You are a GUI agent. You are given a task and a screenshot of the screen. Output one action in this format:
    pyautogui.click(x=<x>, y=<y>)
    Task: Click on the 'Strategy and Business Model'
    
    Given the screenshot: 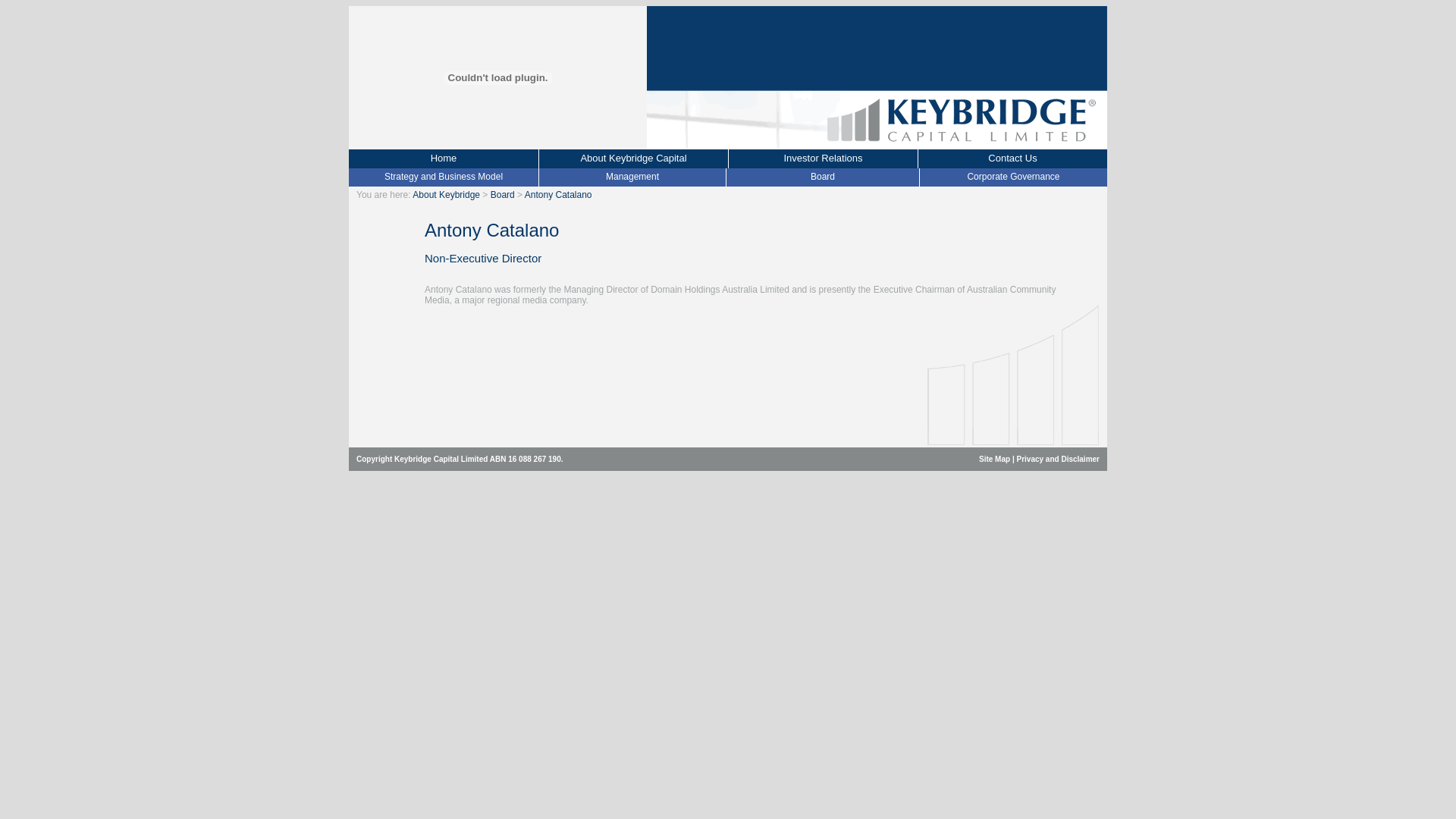 What is the action you would take?
    pyautogui.click(x=443, y=175)
    